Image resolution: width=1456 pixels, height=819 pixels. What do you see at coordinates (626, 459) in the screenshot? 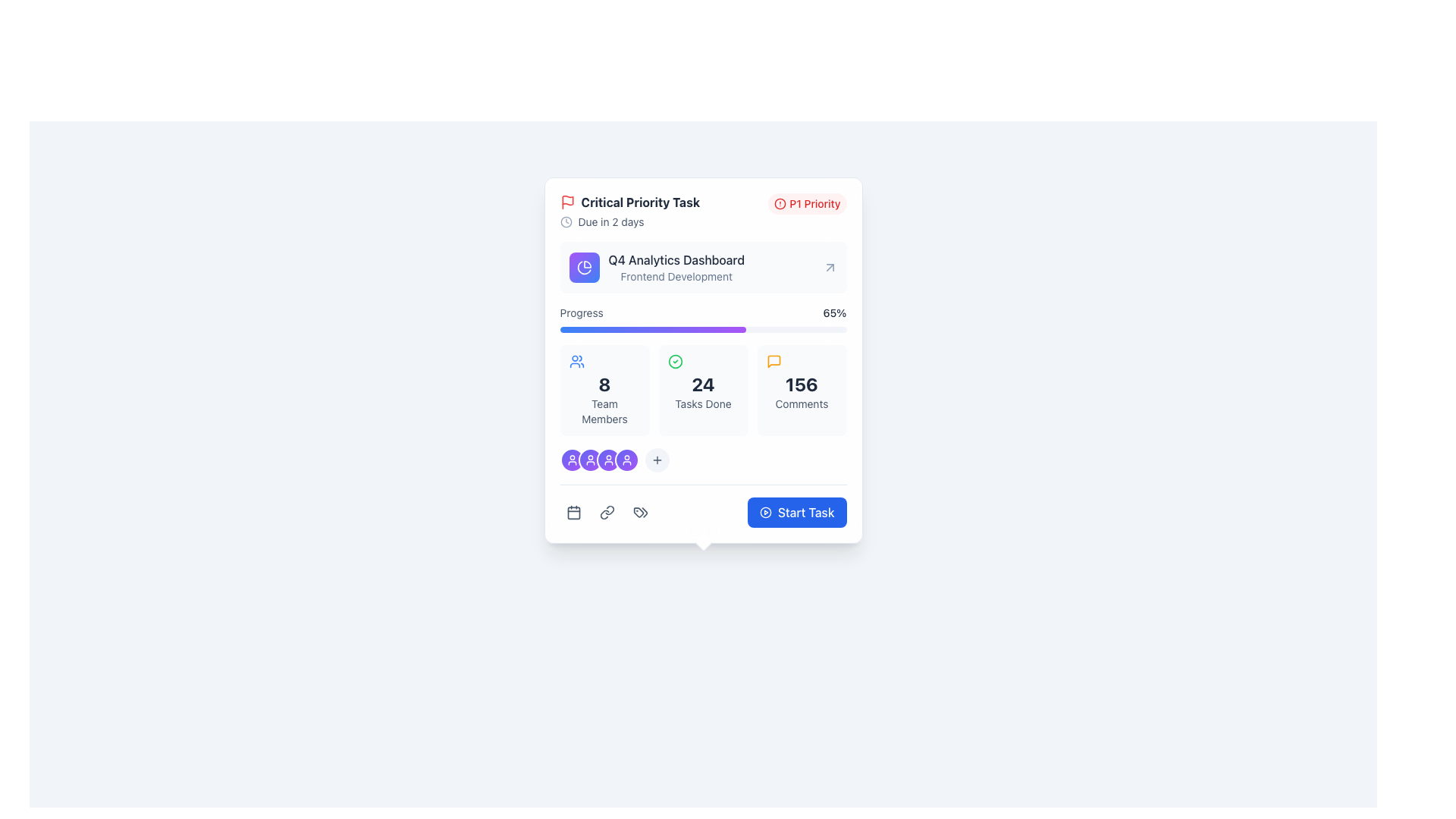
I see `the user profile icon representing a team member, located in the lower center area of the card, which is the first item from the left in a row of similar circles` at bounding box center [626, 459].